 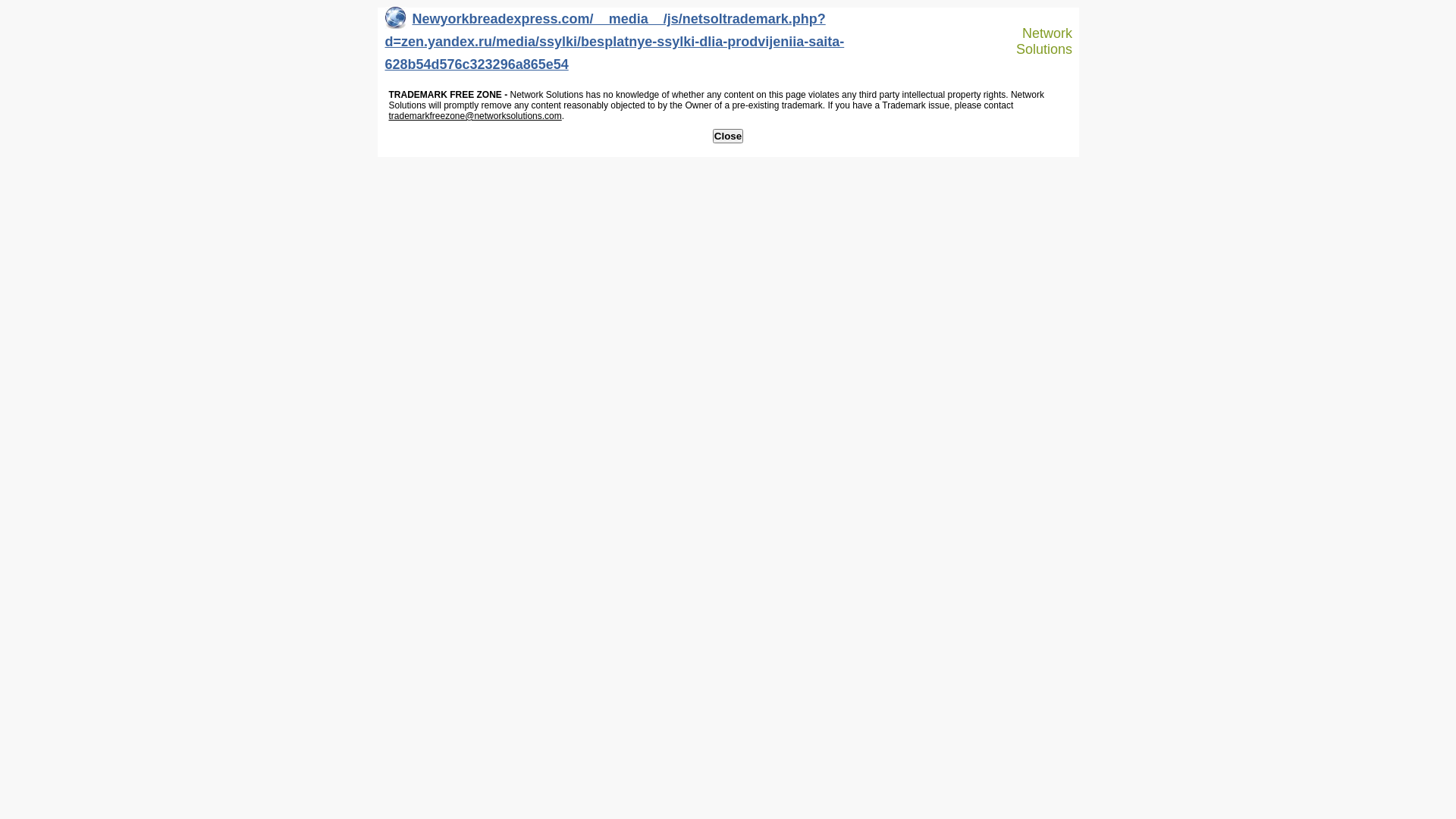 I want to click on 'Network Solutions', so click(x=1003, y=40).